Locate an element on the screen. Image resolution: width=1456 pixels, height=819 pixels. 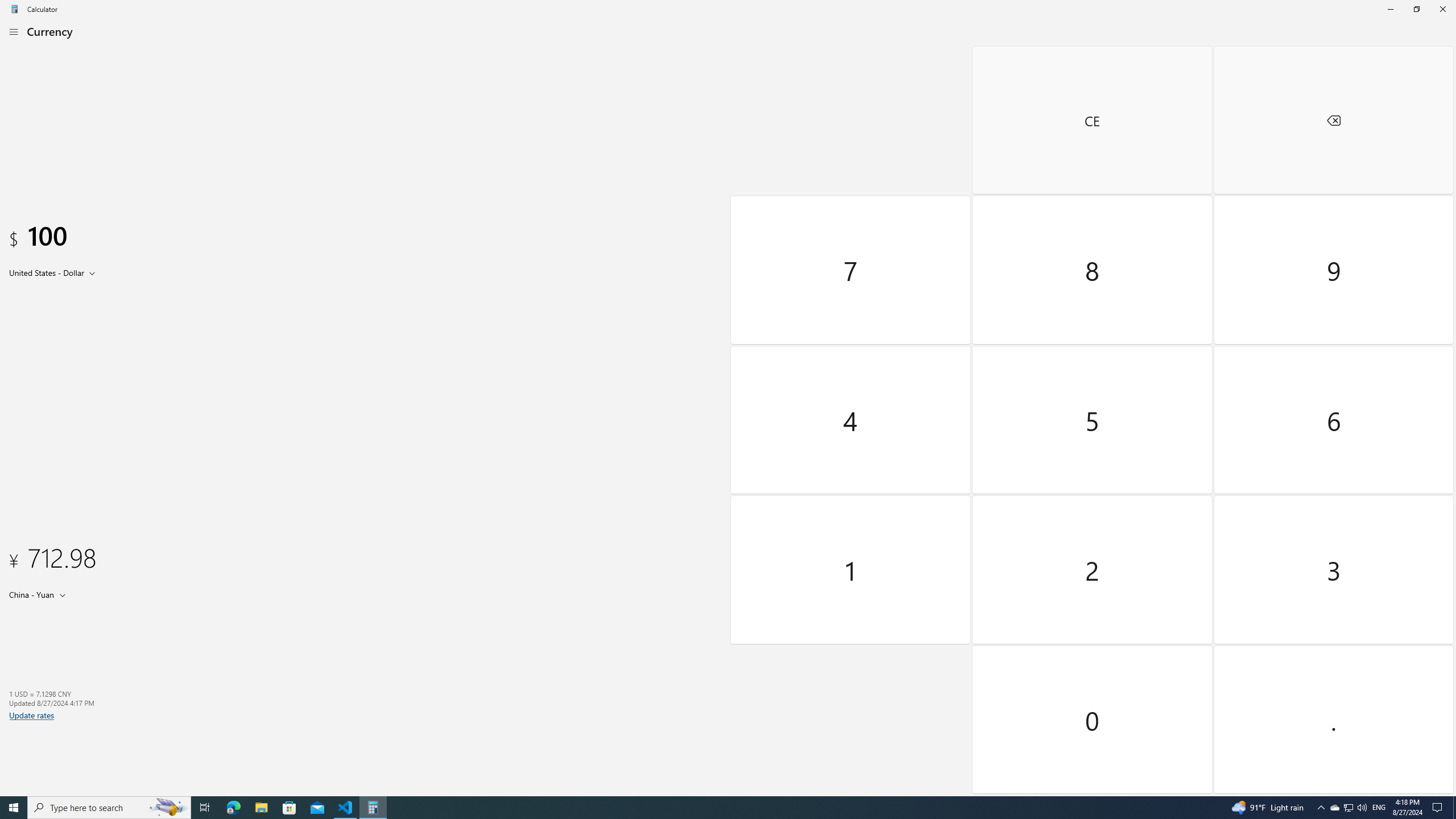
'Restore Calculator' is located at coordinates (1416, 9).